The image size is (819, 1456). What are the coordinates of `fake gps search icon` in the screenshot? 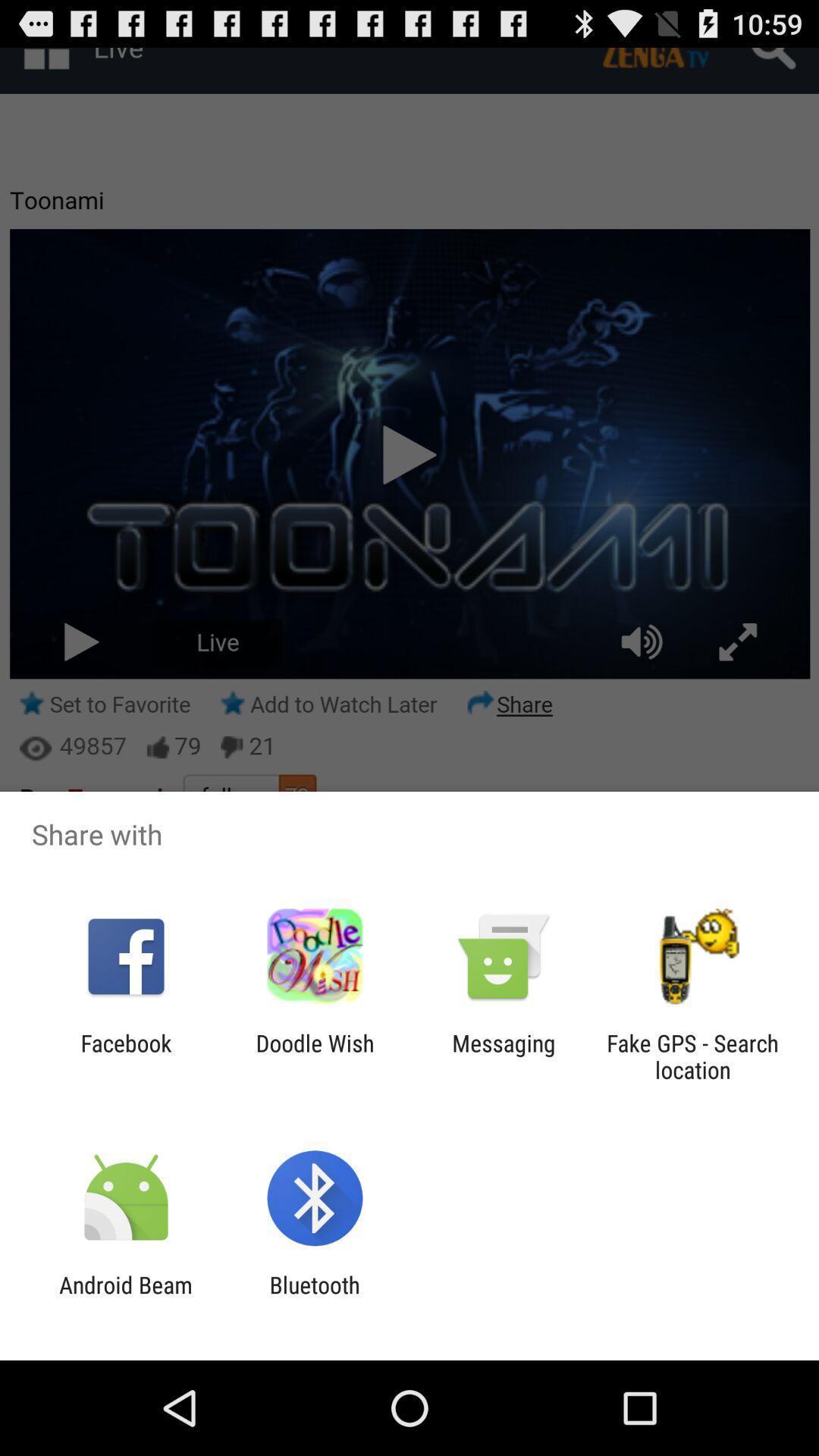 It's located at (692, 1056).